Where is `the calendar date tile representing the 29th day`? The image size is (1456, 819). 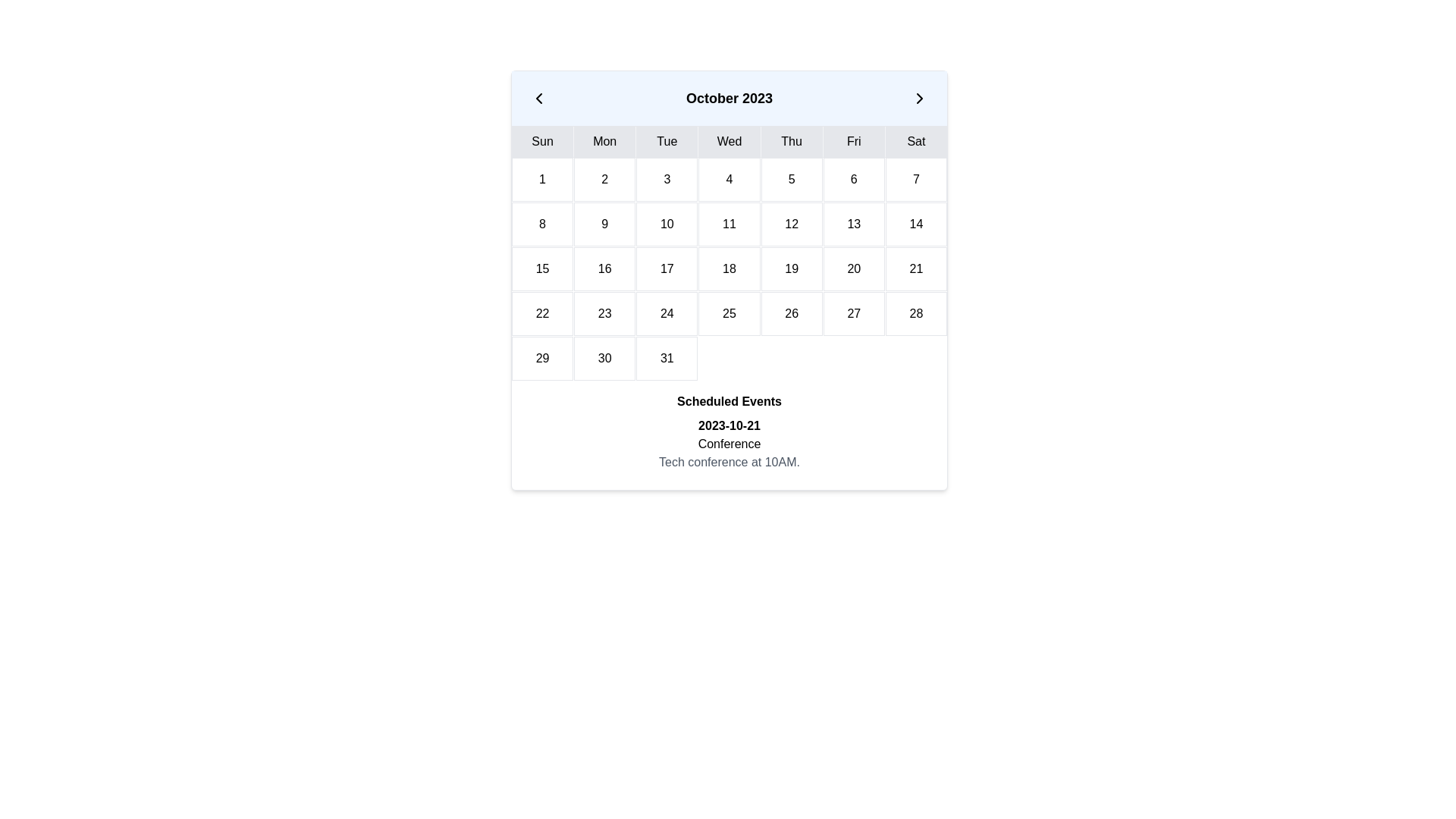
the calendar date tile representing the 29th day is located at coordinates (542, 359).